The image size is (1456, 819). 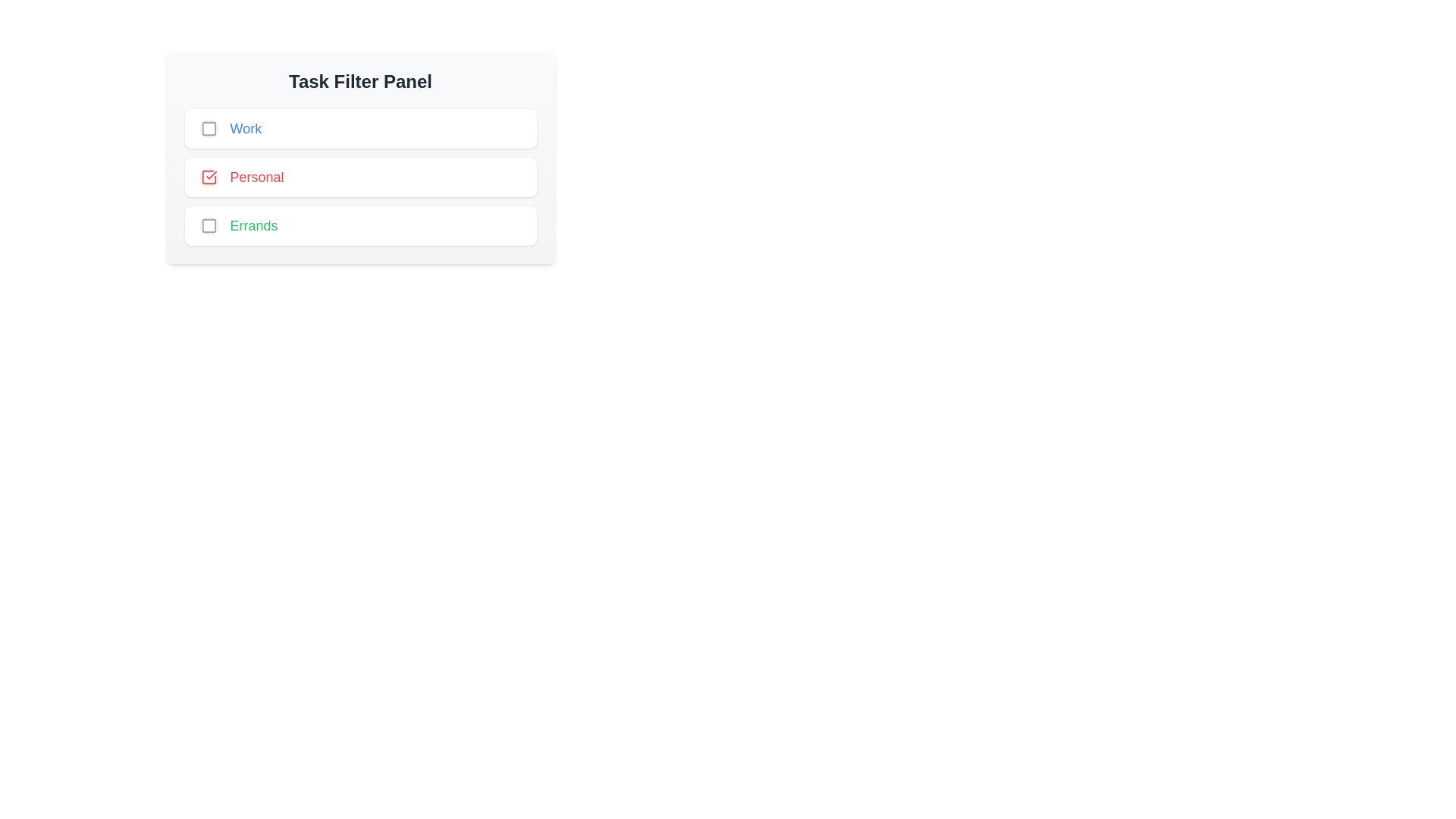 What do you see at coordinates (208, 127) in the screenshot?
I see `the inactive state indicator icon located in the first option ('Work') of the task filter panel` at bounding box center [208, 127].